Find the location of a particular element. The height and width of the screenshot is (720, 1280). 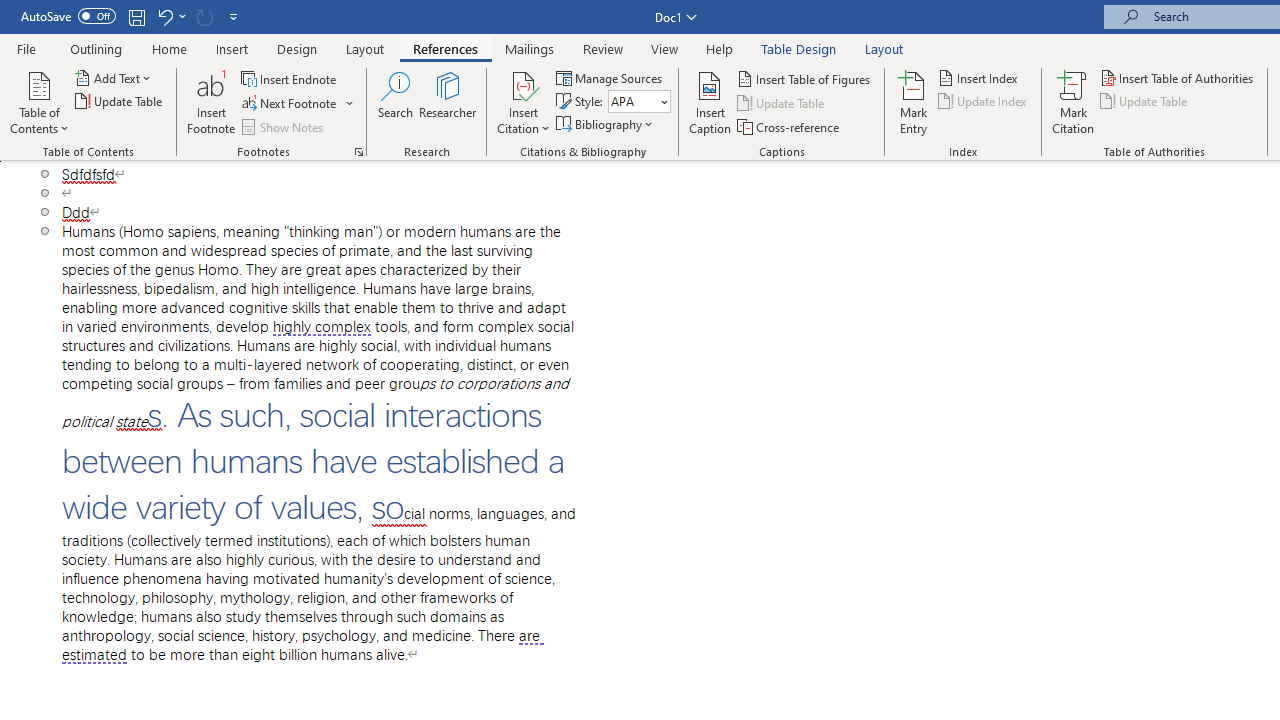

'Update Table' is located at coordinates (1145, 101).